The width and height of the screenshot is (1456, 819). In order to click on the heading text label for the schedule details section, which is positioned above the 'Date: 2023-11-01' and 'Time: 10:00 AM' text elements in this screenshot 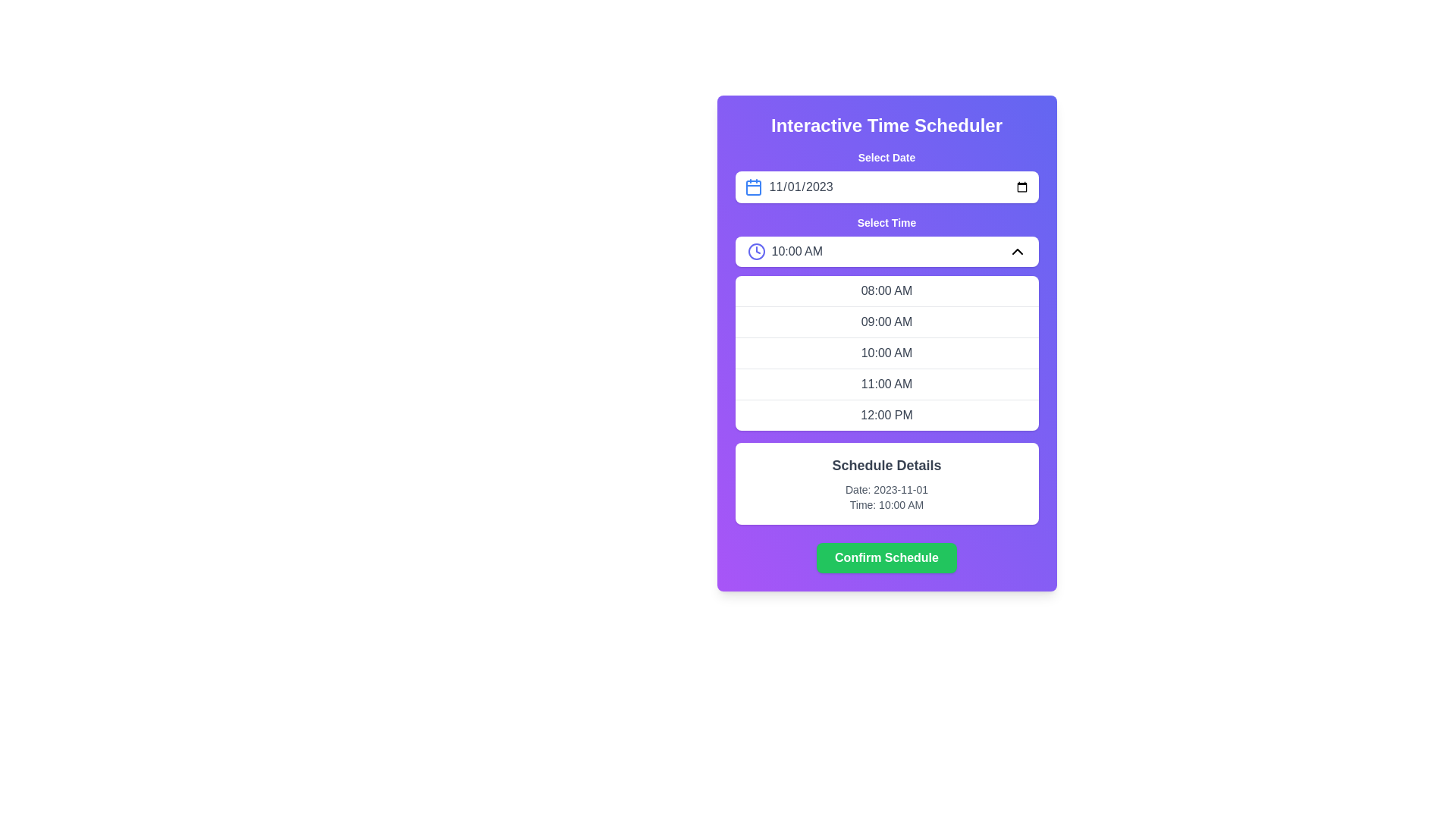, I will do `click(886, 464)`.